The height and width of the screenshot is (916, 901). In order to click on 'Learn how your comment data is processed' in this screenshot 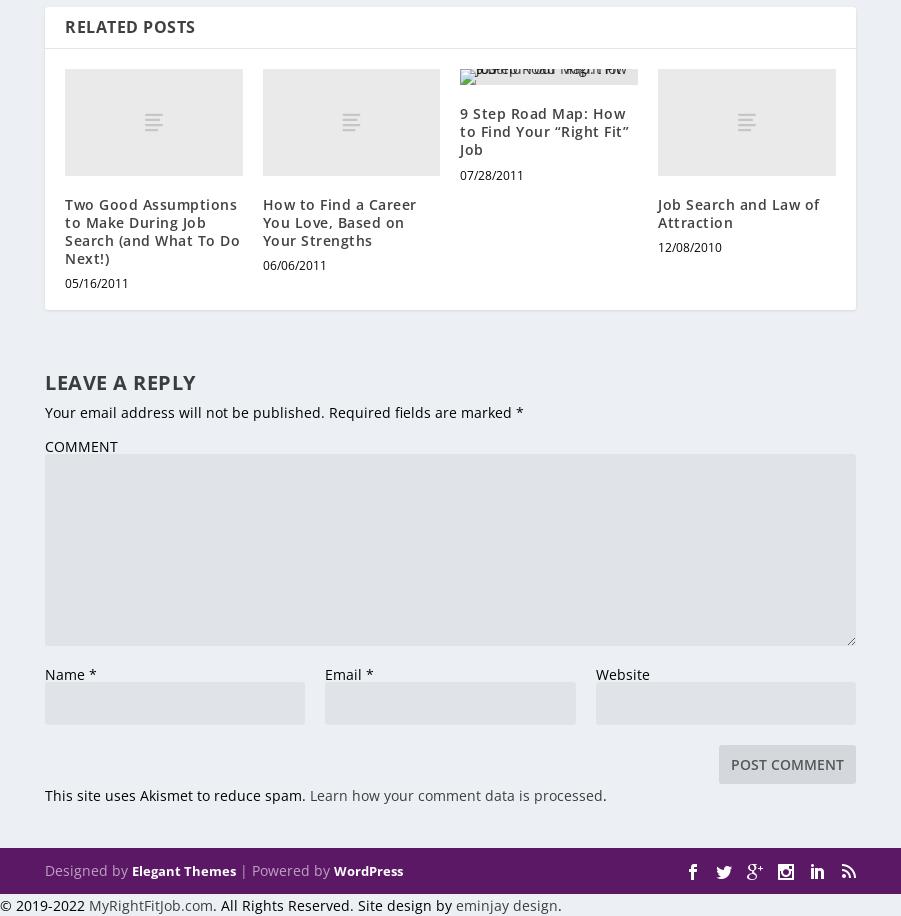, I will do `click(456, 794)`.